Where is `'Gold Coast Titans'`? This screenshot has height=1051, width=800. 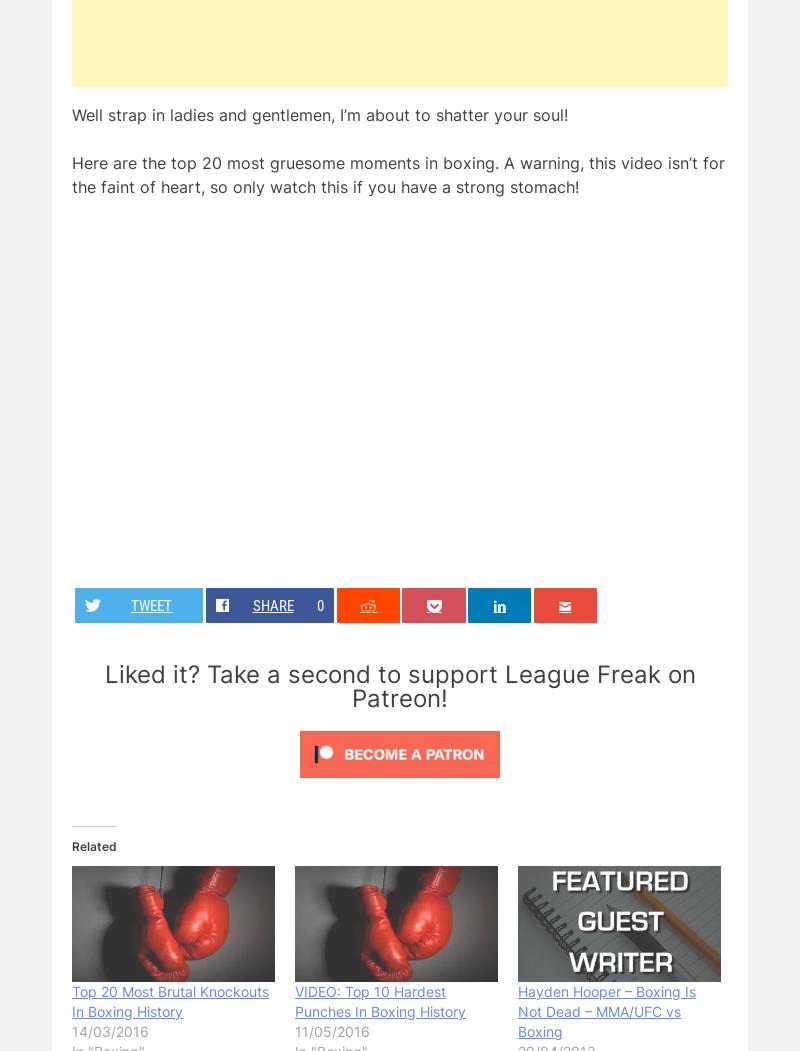 'Gold Coast Titans' is located at coordinates (141, 288).